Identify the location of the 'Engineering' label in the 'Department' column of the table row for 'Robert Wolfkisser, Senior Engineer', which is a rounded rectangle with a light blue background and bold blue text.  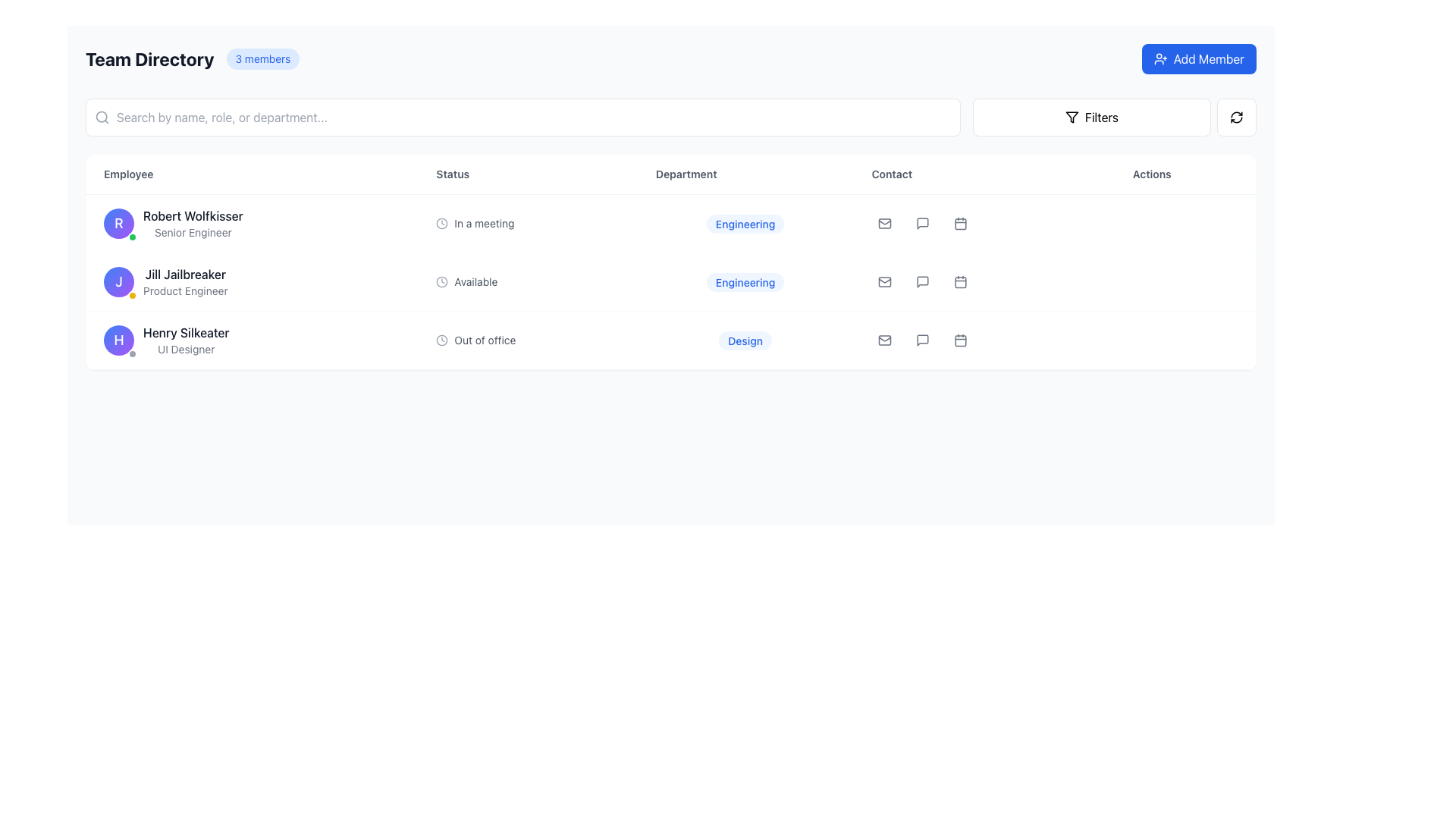
(745, 223).